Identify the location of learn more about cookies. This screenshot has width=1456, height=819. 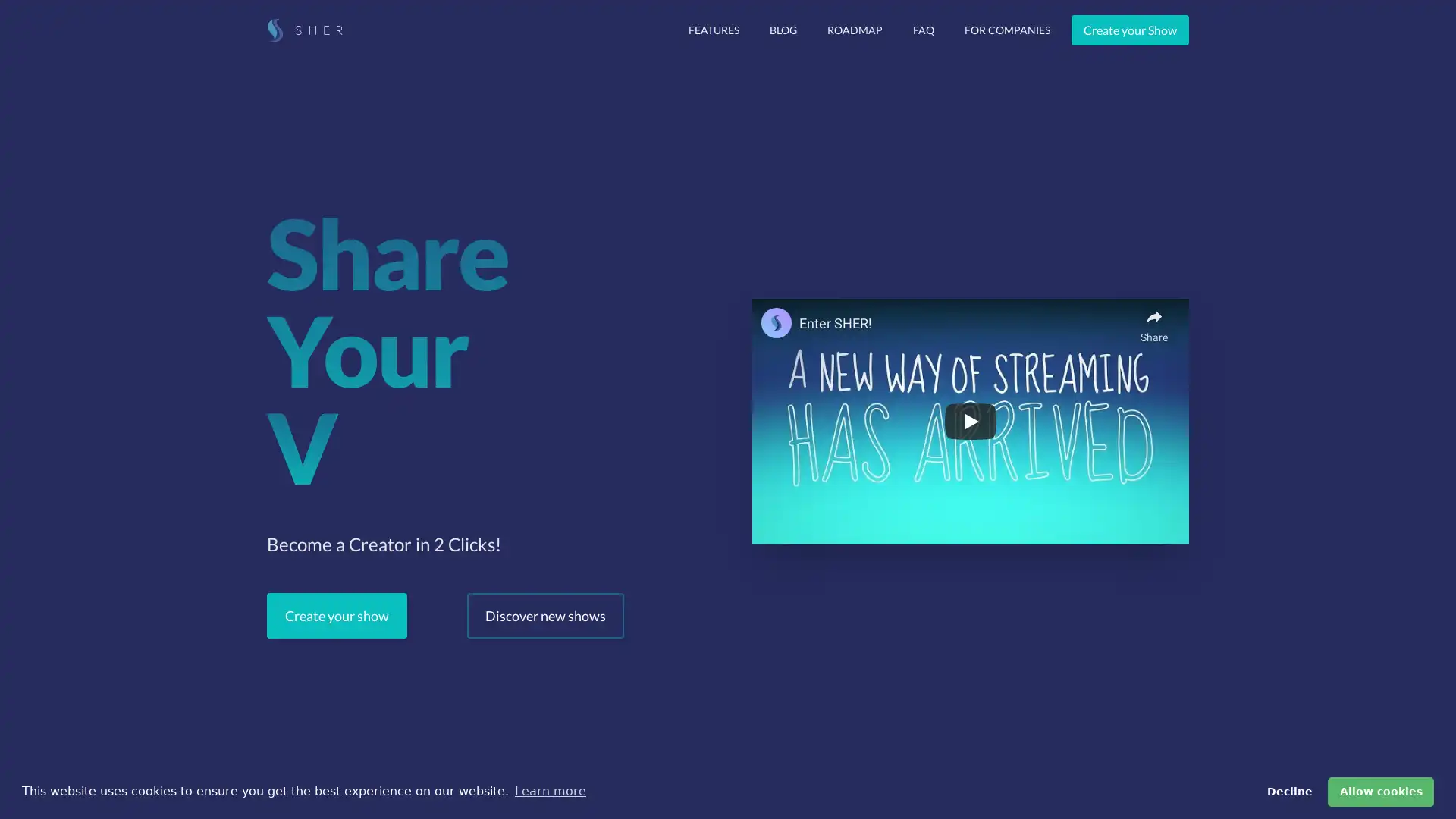
(549, 791).